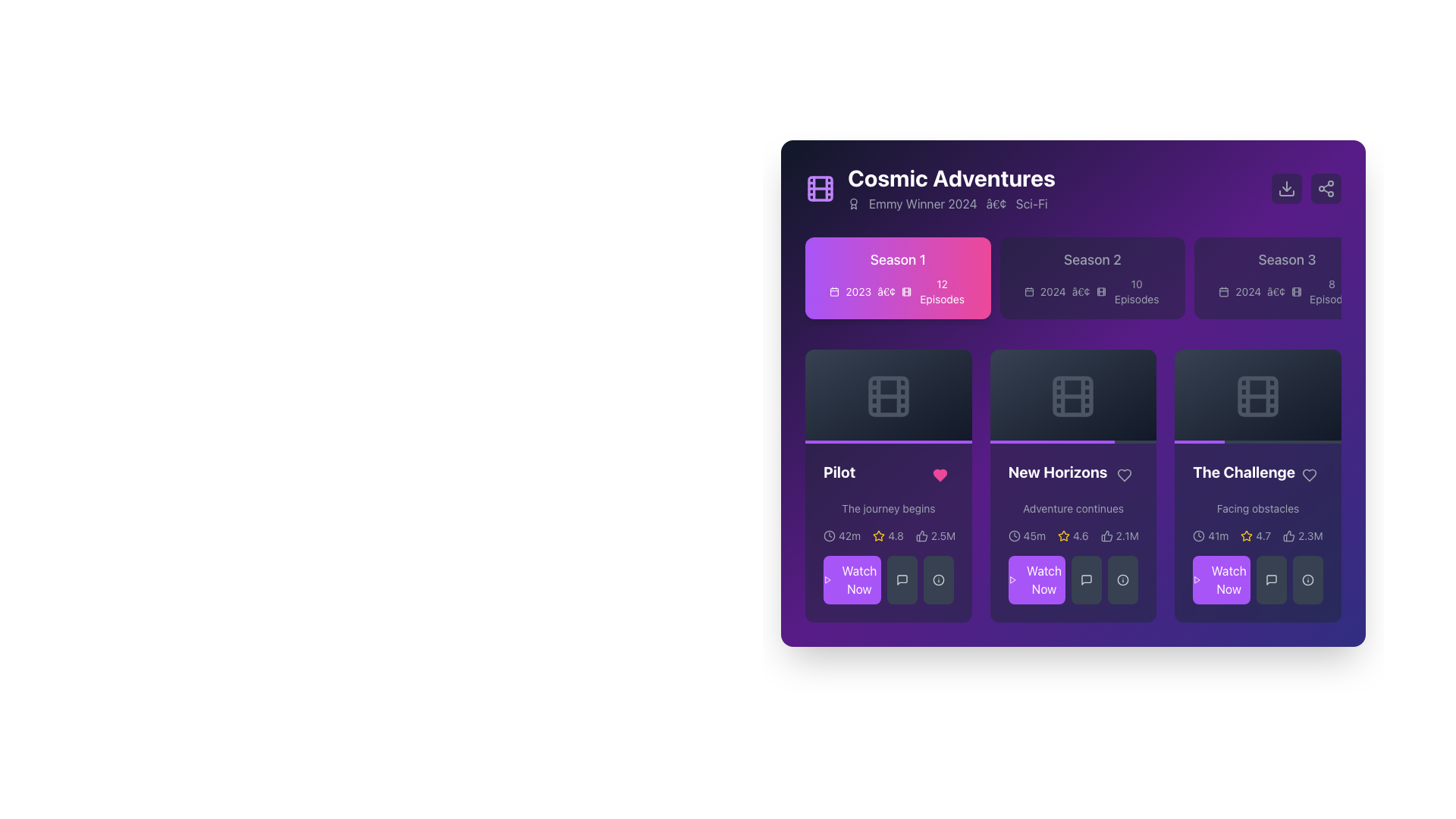 This screenshot has height=819, width=1456. I want to click on displayed information from the metadata display bar located within the 'Pilot' card, beneath the subtitle 'The journey begins', so click(888, 535).